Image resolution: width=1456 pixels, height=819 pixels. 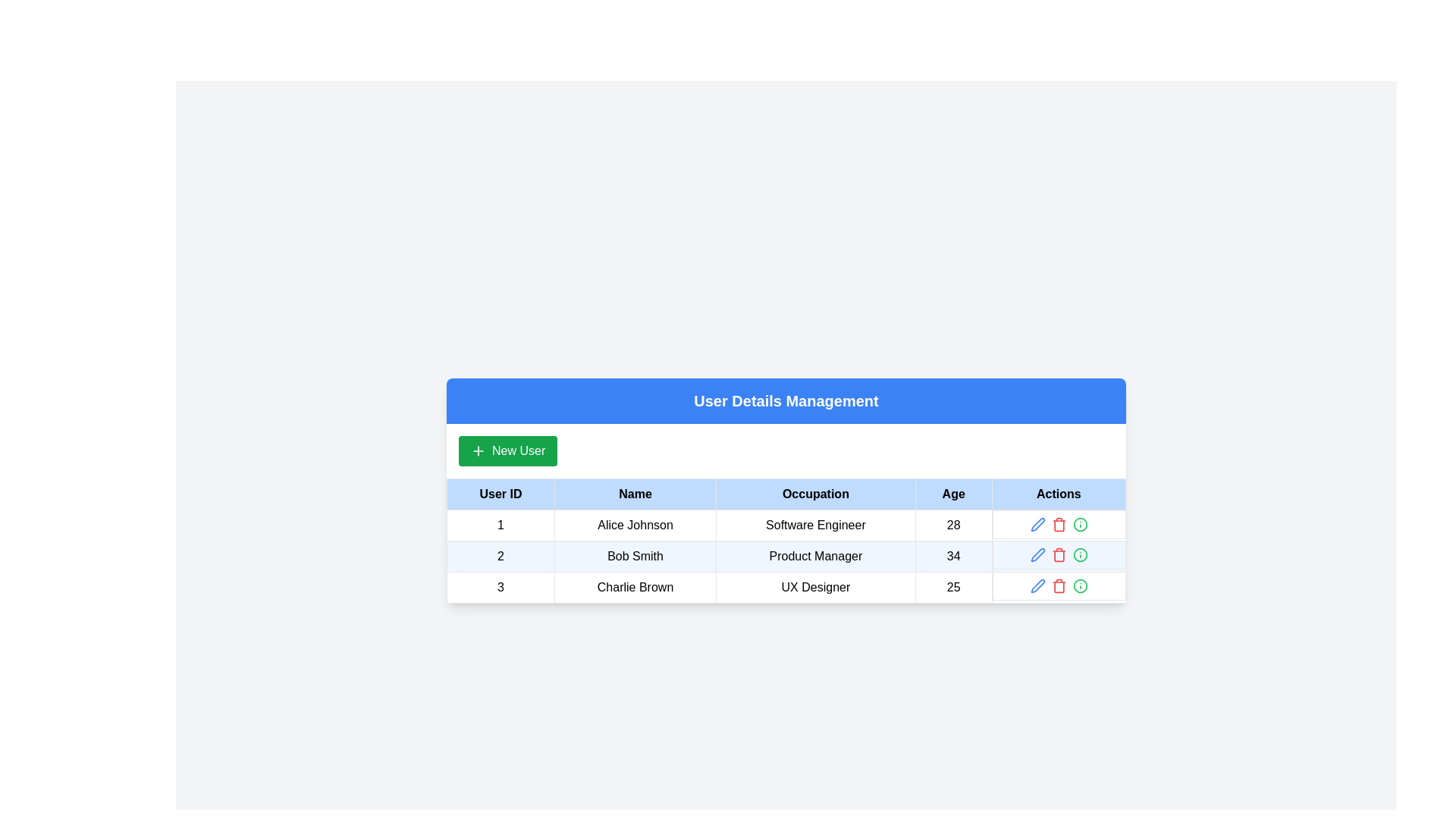 What do you see at coordinates (814, 556) in the screenshot?
I see `the TextLabel that displays the occupation of 'Bob Smith' in the third column of the data table` at bounding box center [814, 556].